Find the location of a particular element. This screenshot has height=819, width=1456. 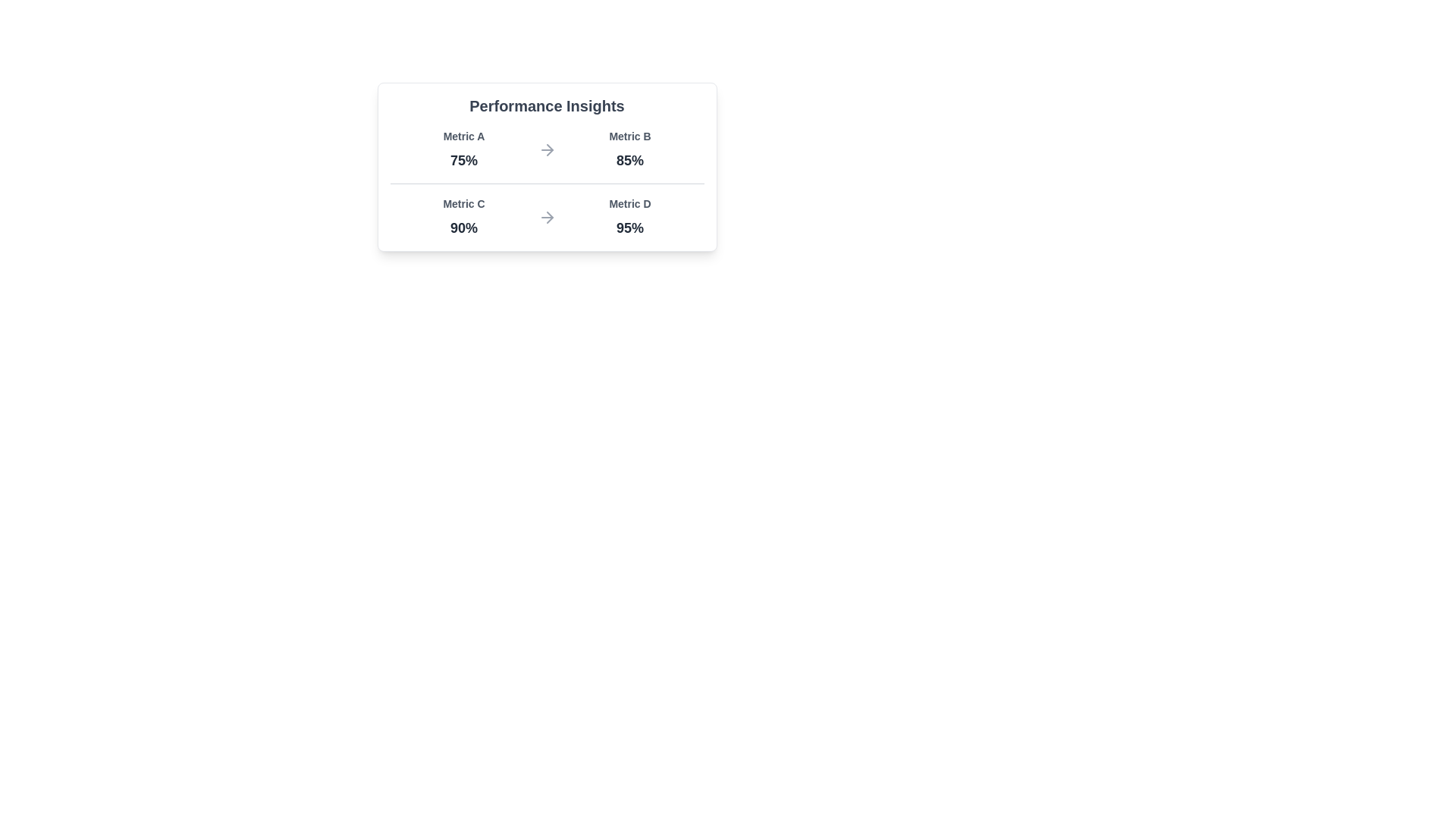

the Text label displaying '90%' in bold font, located in the 'Performance Insights' box under 'Metric C' is located at coordinates (463, 227).